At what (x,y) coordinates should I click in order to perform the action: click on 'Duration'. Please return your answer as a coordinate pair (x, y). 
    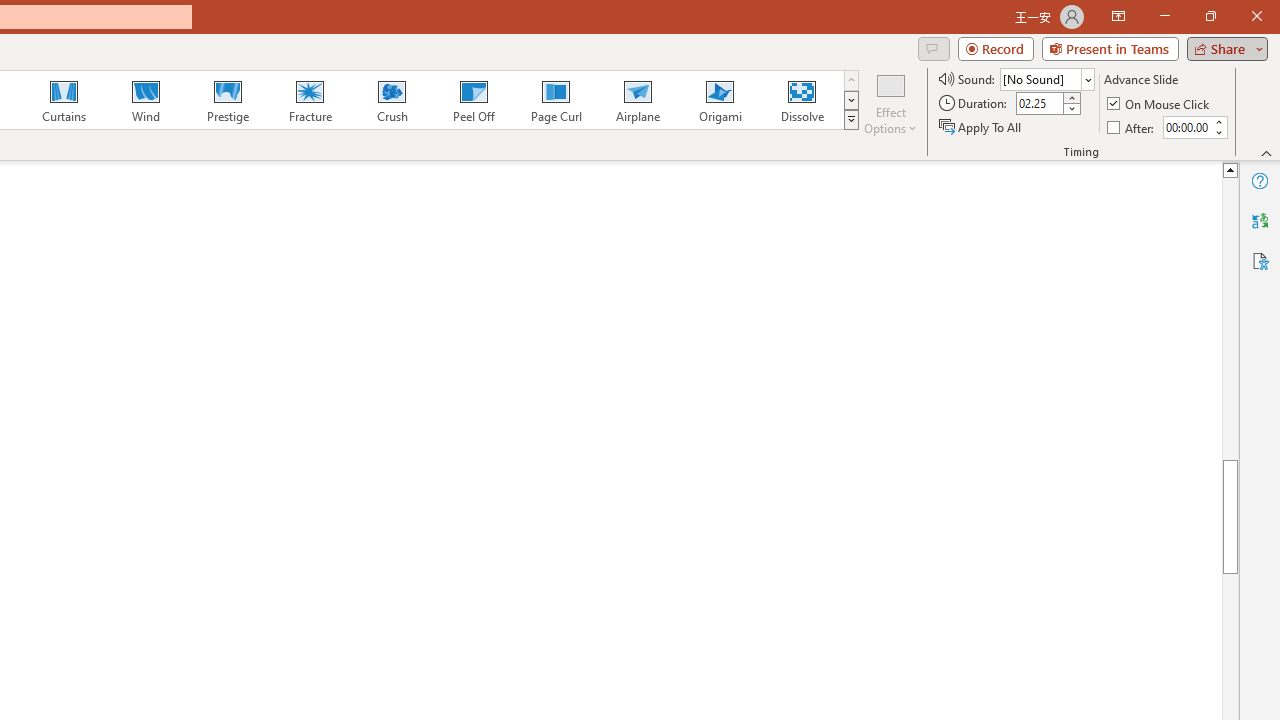
    Looking at the image, I should click on (1040, 103).